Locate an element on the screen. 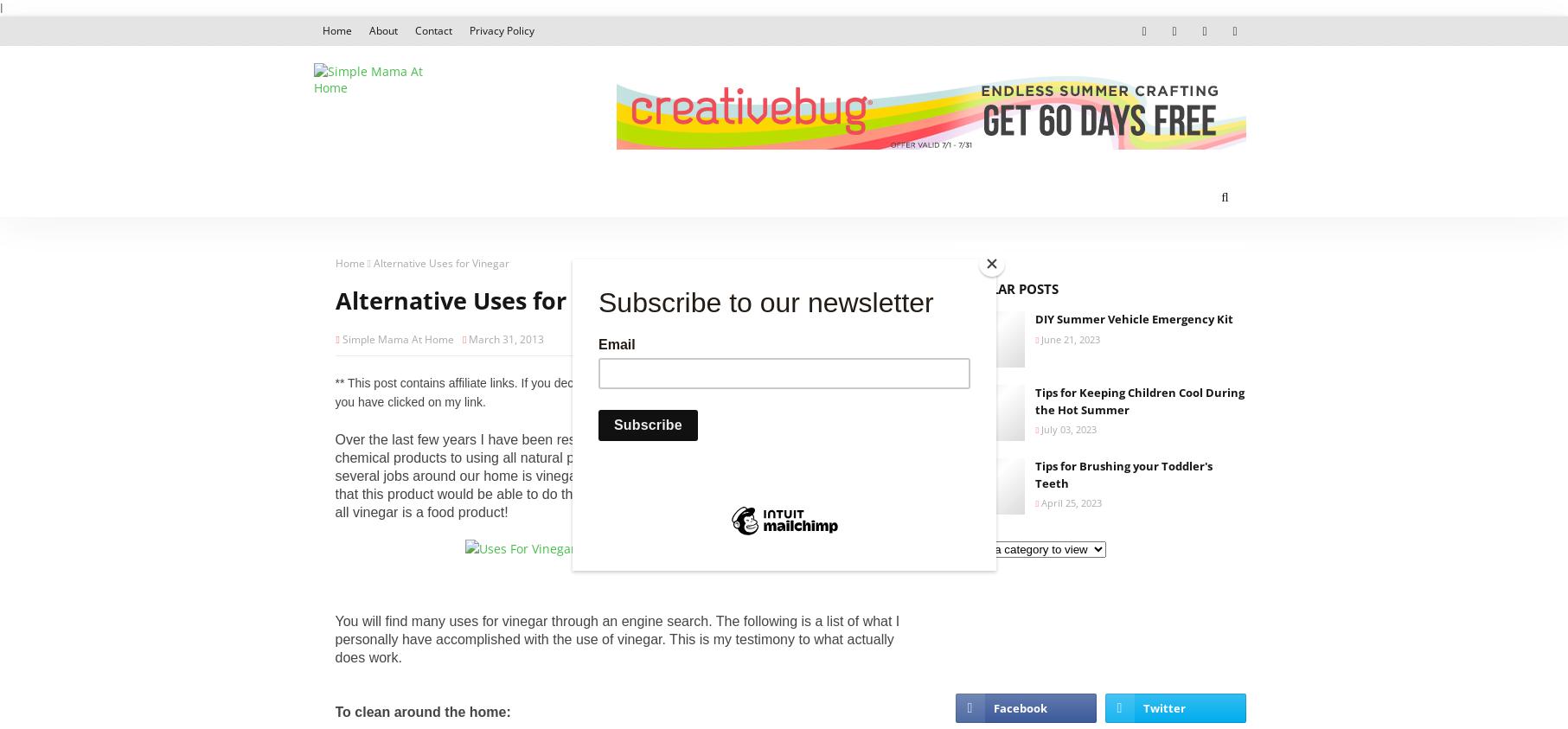  'Simple Mama At Home' is located at coordinates (396, 337).